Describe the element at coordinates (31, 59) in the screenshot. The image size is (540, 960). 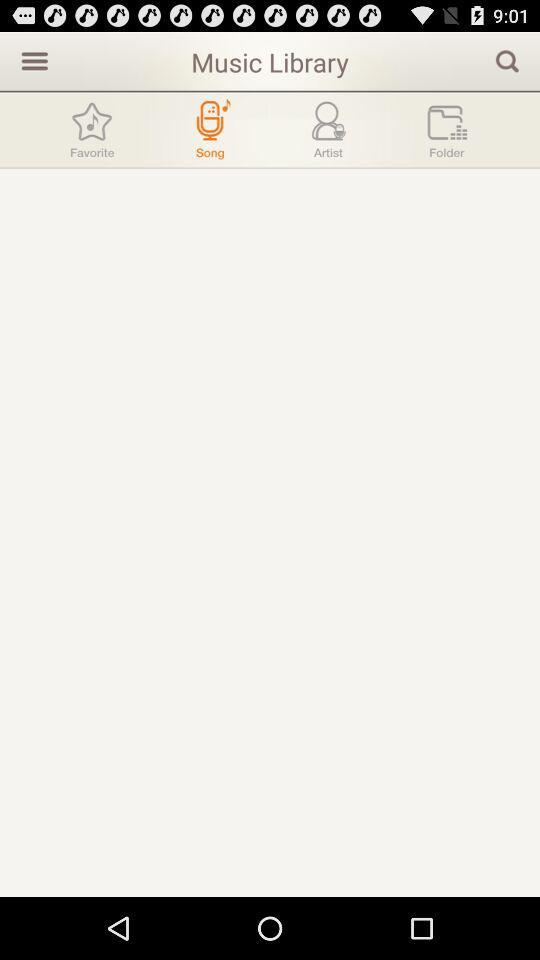
I see `open menu` at that location.